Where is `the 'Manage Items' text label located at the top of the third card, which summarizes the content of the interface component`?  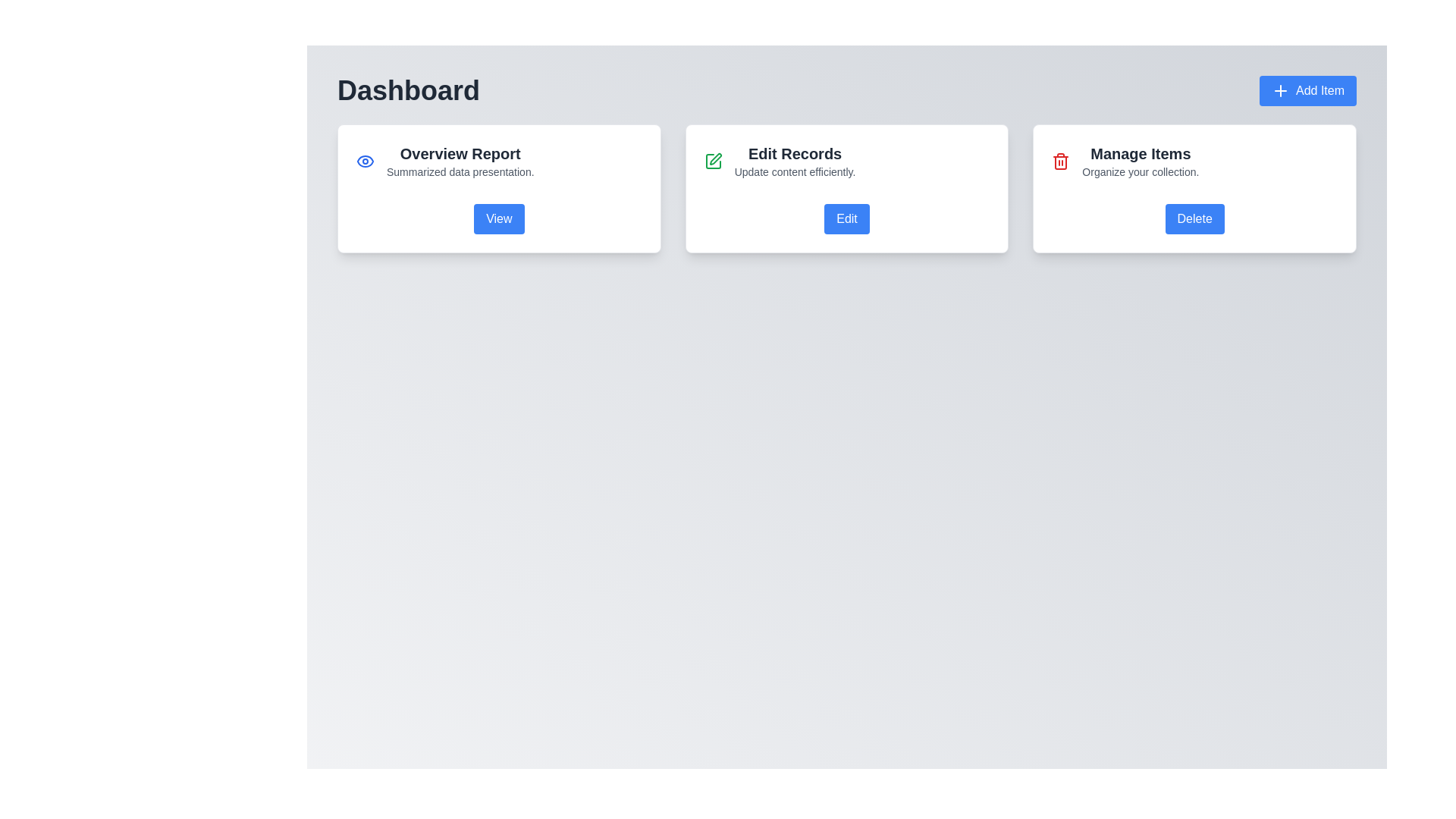 the 'Manage Items' text label located at the top of the third card, which summarizes the content of the interface component is located at coordinates (1141, 154).